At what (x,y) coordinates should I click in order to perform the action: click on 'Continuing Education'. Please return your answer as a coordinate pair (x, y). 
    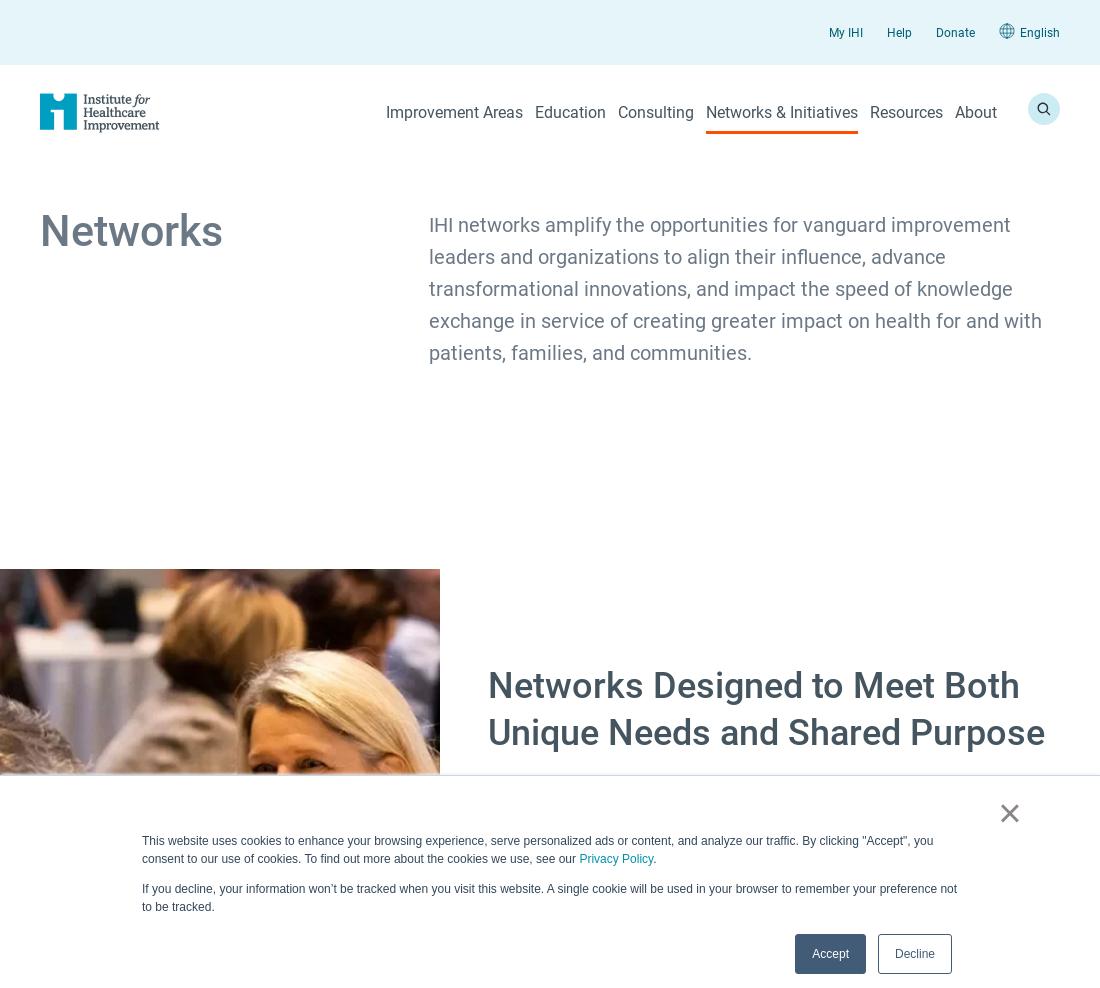
    Looking at the image, I should click on (451, 482).